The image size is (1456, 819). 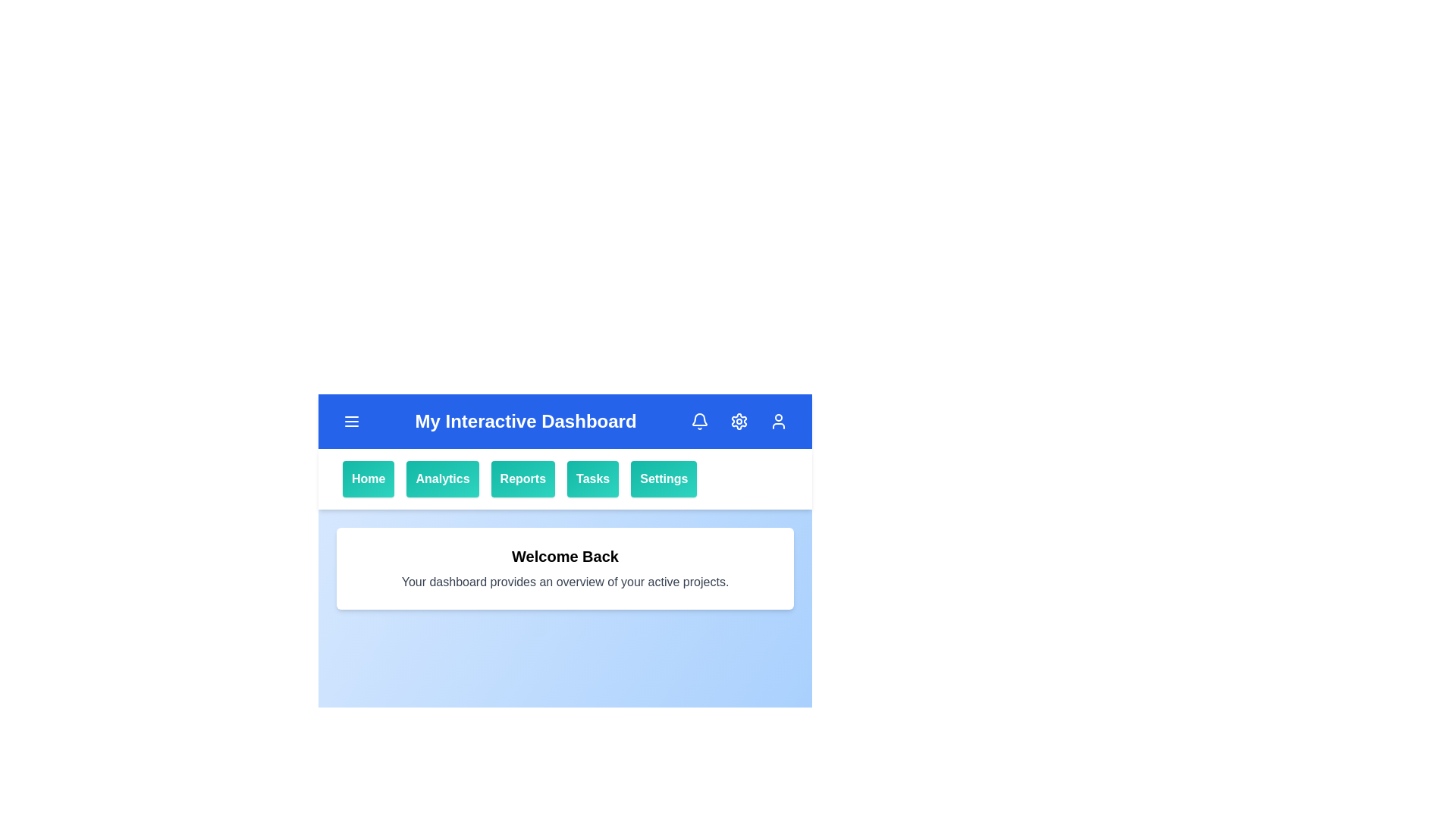 I want to click on the Home button in the navigation bar, so click(x=368, y=479).